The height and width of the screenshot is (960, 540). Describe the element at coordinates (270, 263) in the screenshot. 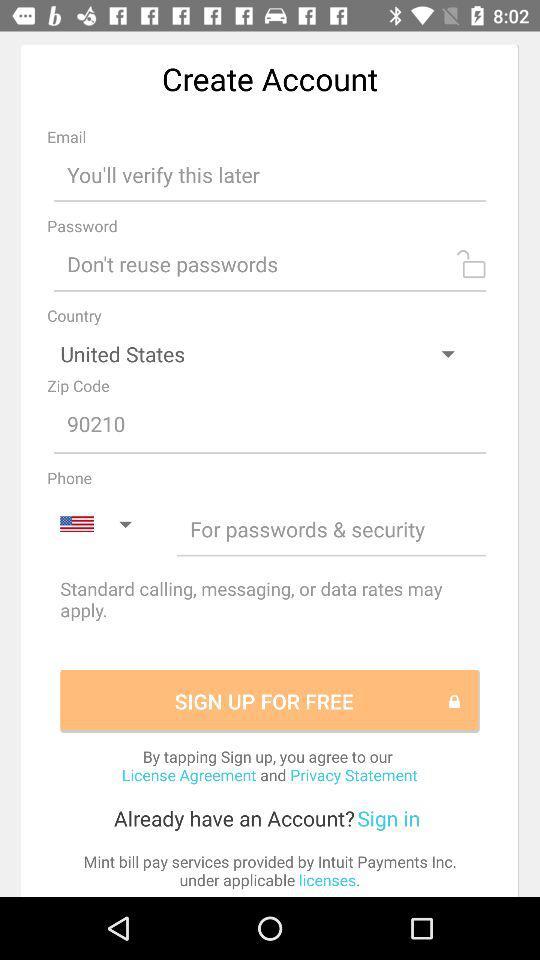

I see `password` at that location.